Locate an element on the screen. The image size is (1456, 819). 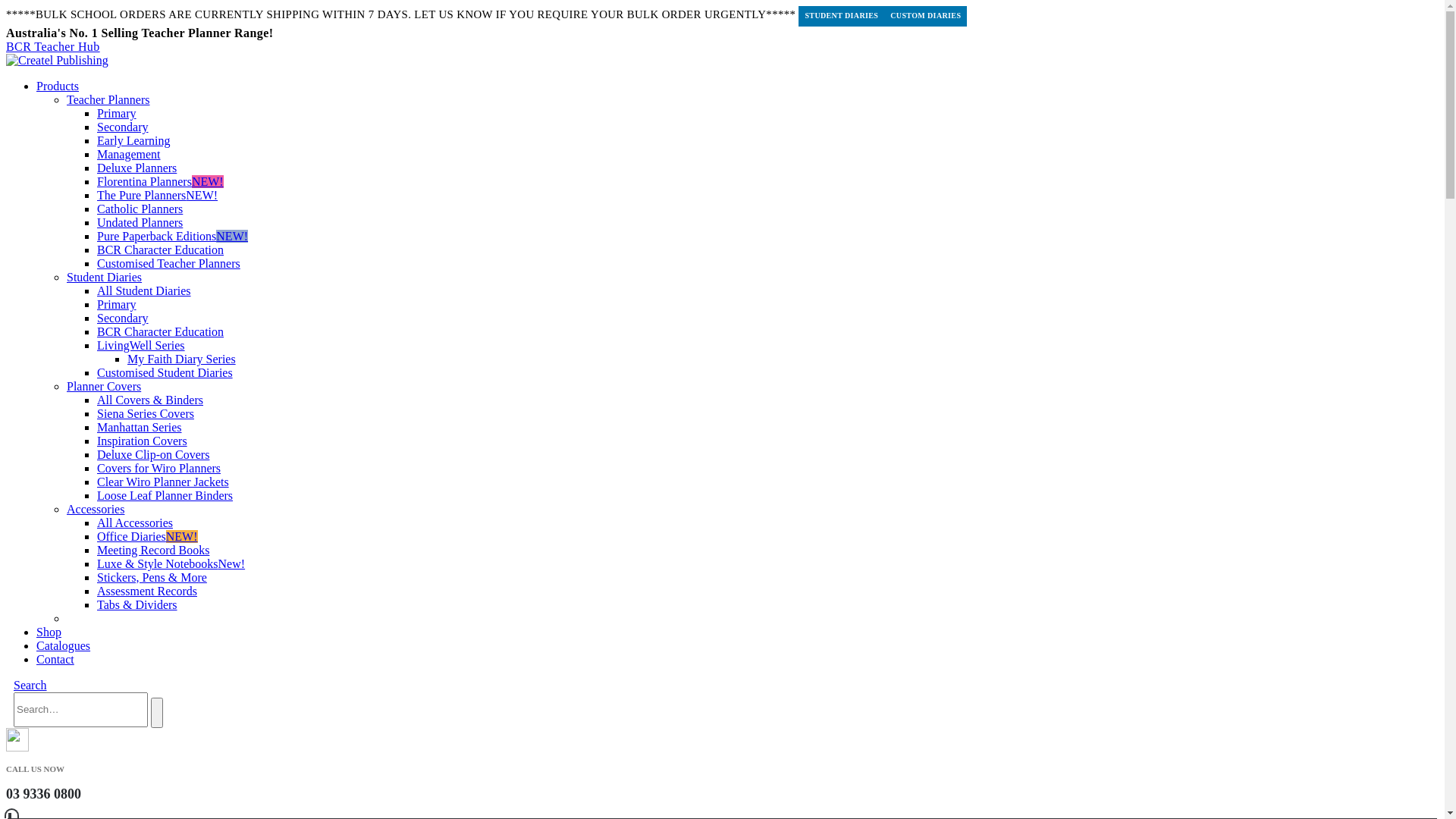
'Deluxe Clip-on Covers' is located at coordinates (96, 453).